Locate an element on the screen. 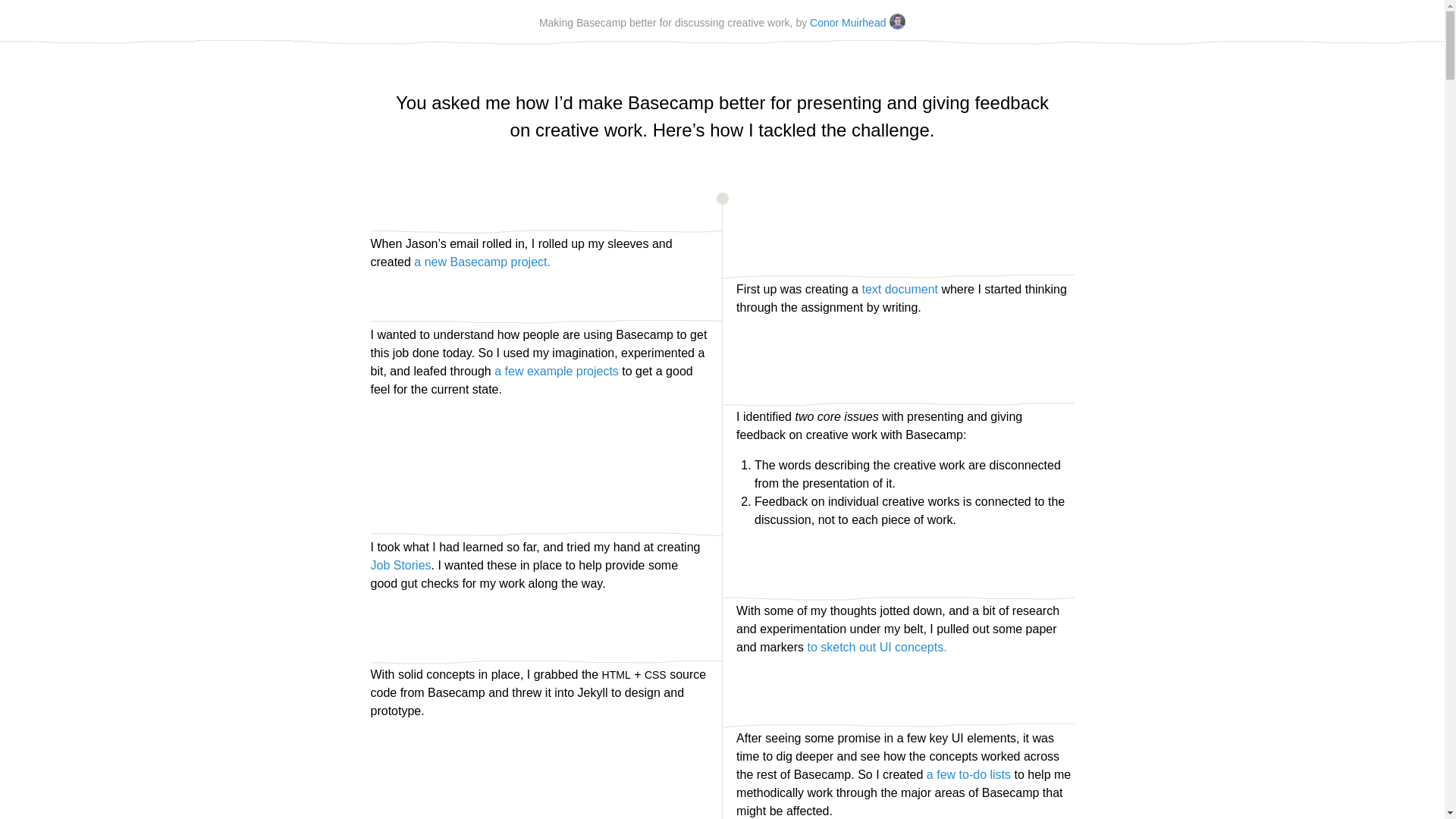 The image size is (1456, 819). 'a few example projects' is located at coordinates (556, 371).